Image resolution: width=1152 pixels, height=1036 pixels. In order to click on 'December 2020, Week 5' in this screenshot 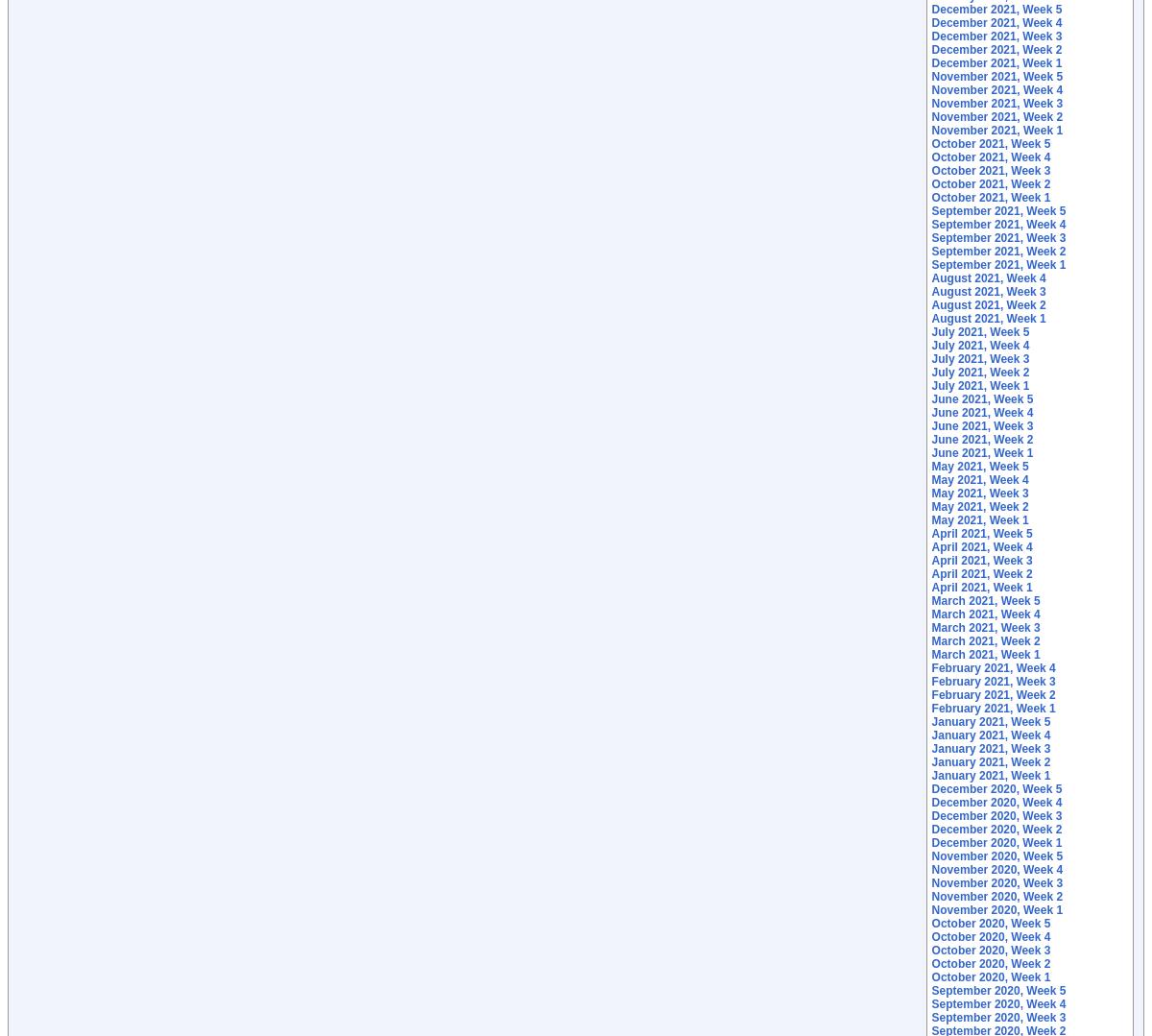, I will do `click(996, 787)`.